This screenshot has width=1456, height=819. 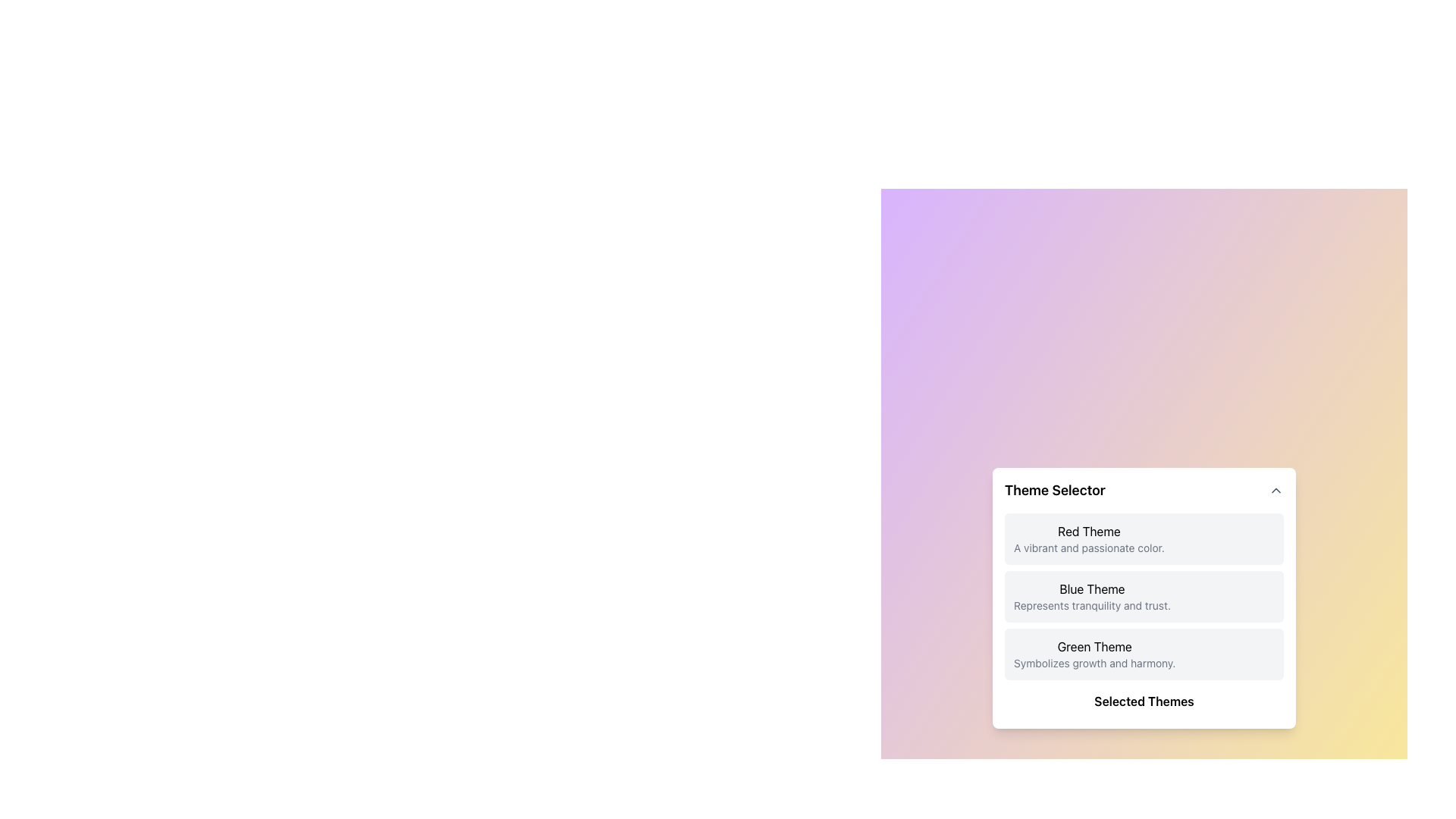 What do you see at coordinates (1144, 538) in the screenshot?
I see `the first List Item labeled 'Red Theme' in the 'Theme Selector' group` at bounding box center [1144, 538].